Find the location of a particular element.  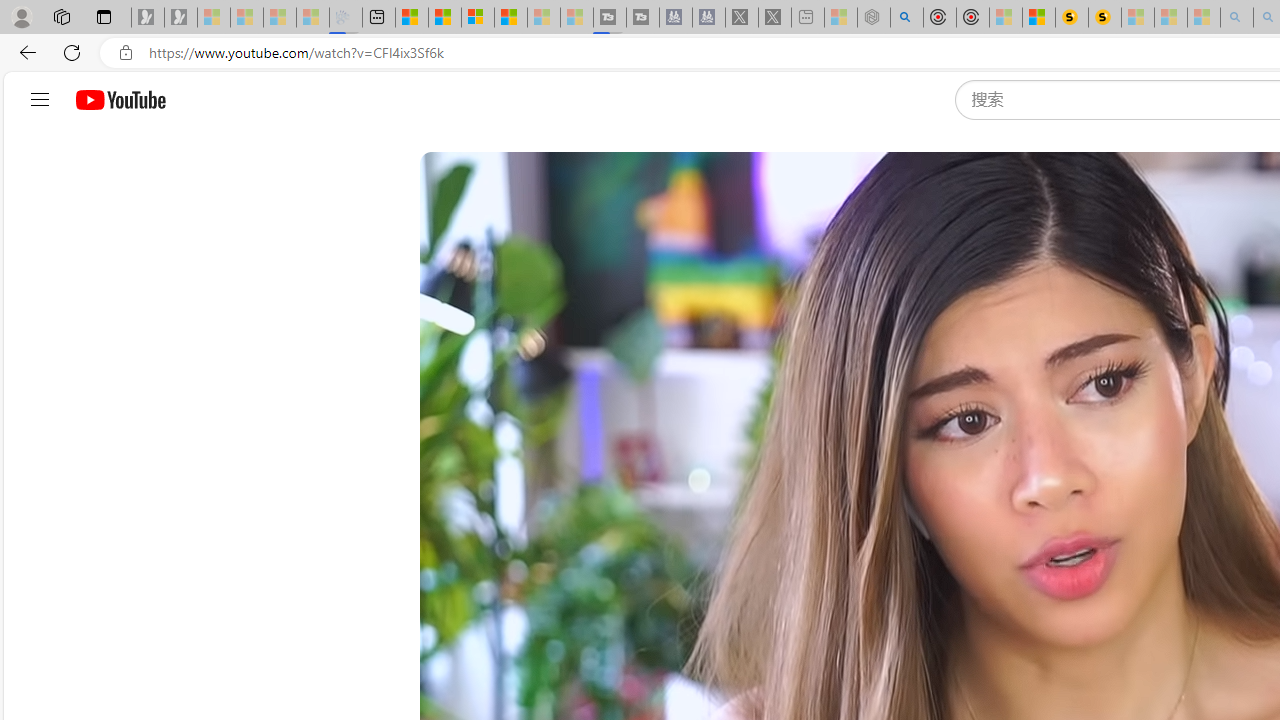

'Refresh' is located at coordinates (72, 51).